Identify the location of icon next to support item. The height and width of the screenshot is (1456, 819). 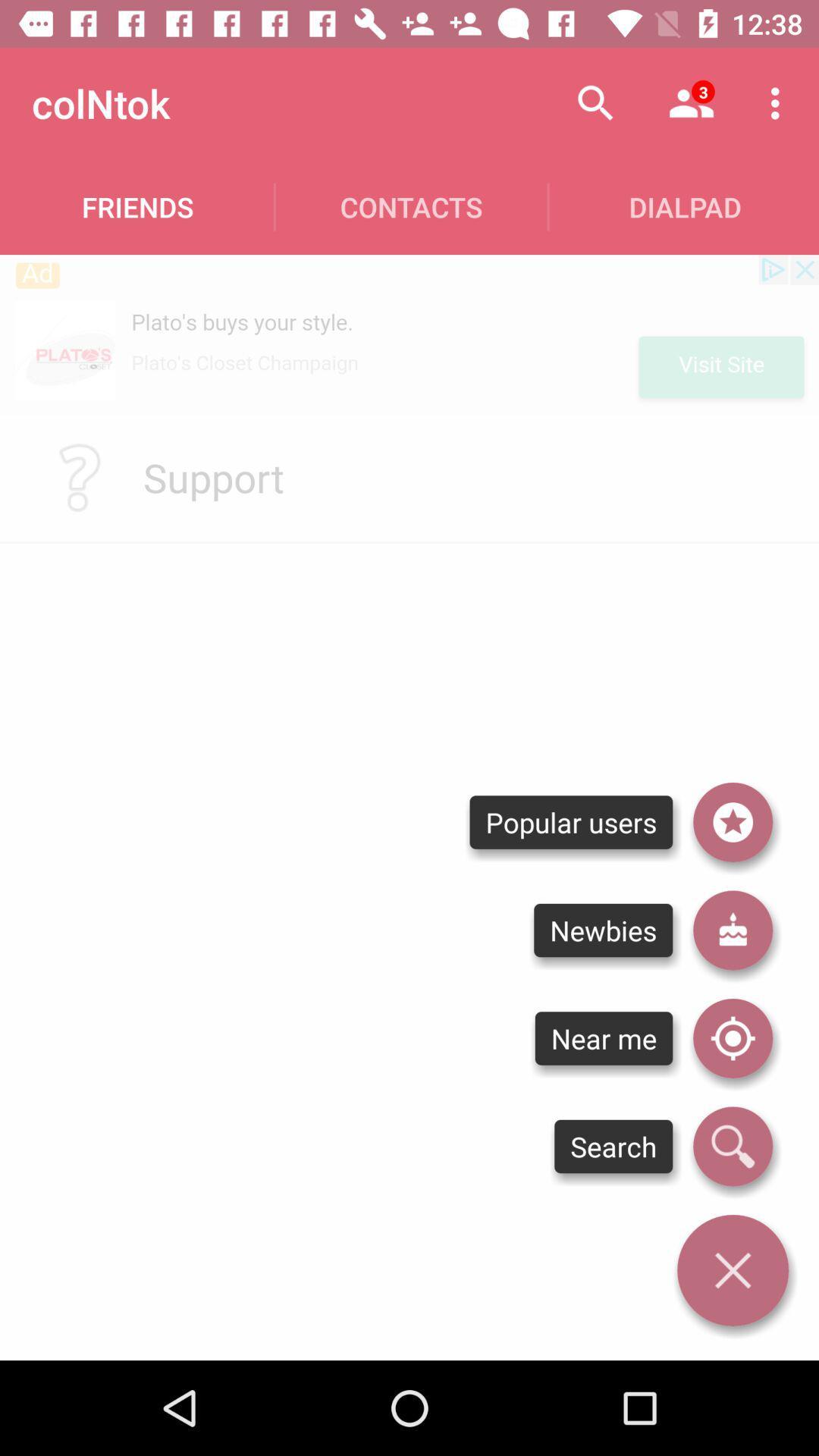
(79, 476).